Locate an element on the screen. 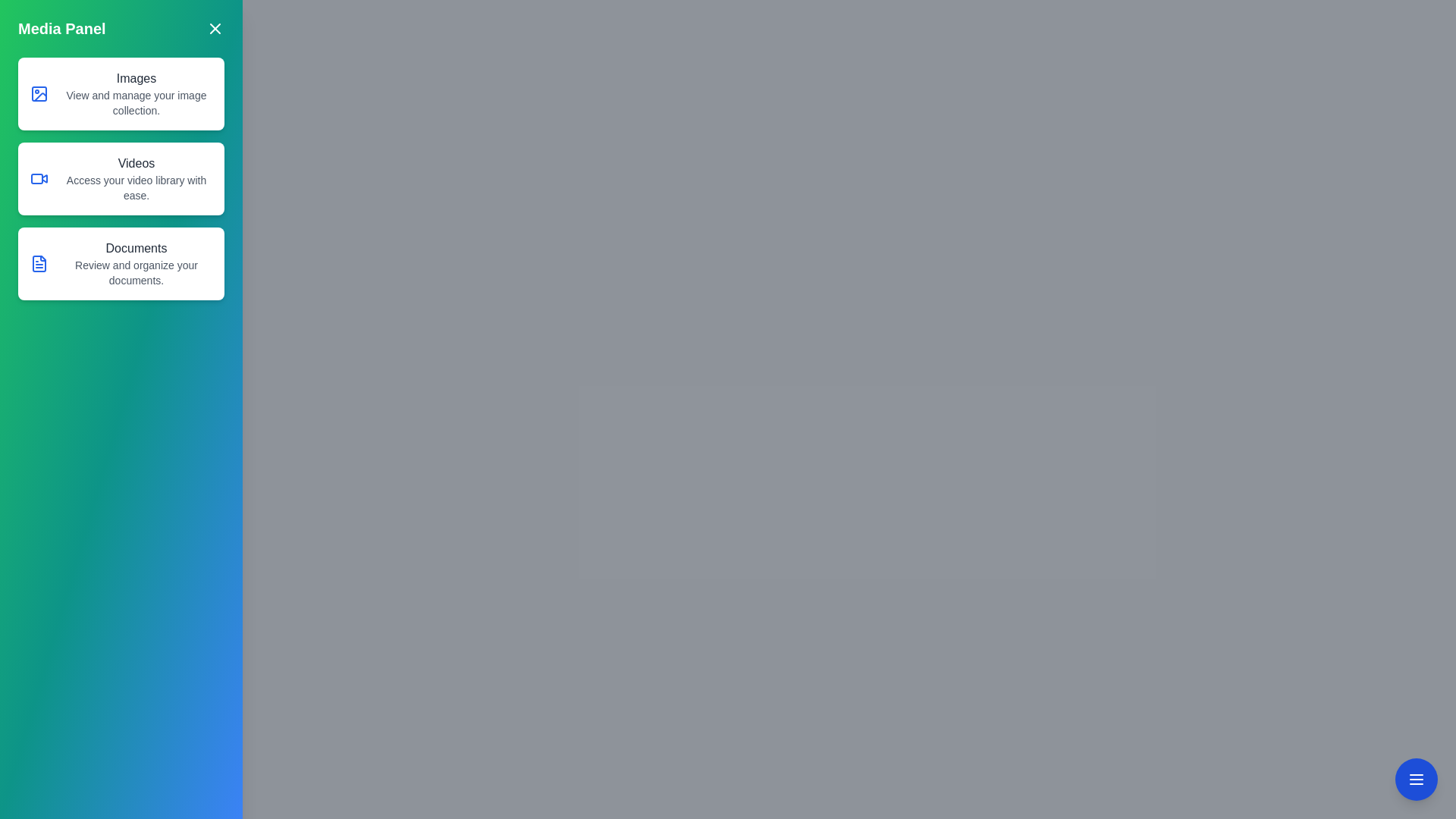  the close button icon, which is a small square with a white 'X' mark on a turquoise background, located at the top-right corner of the 'Media Panel' is located at coordinates (214, 29).